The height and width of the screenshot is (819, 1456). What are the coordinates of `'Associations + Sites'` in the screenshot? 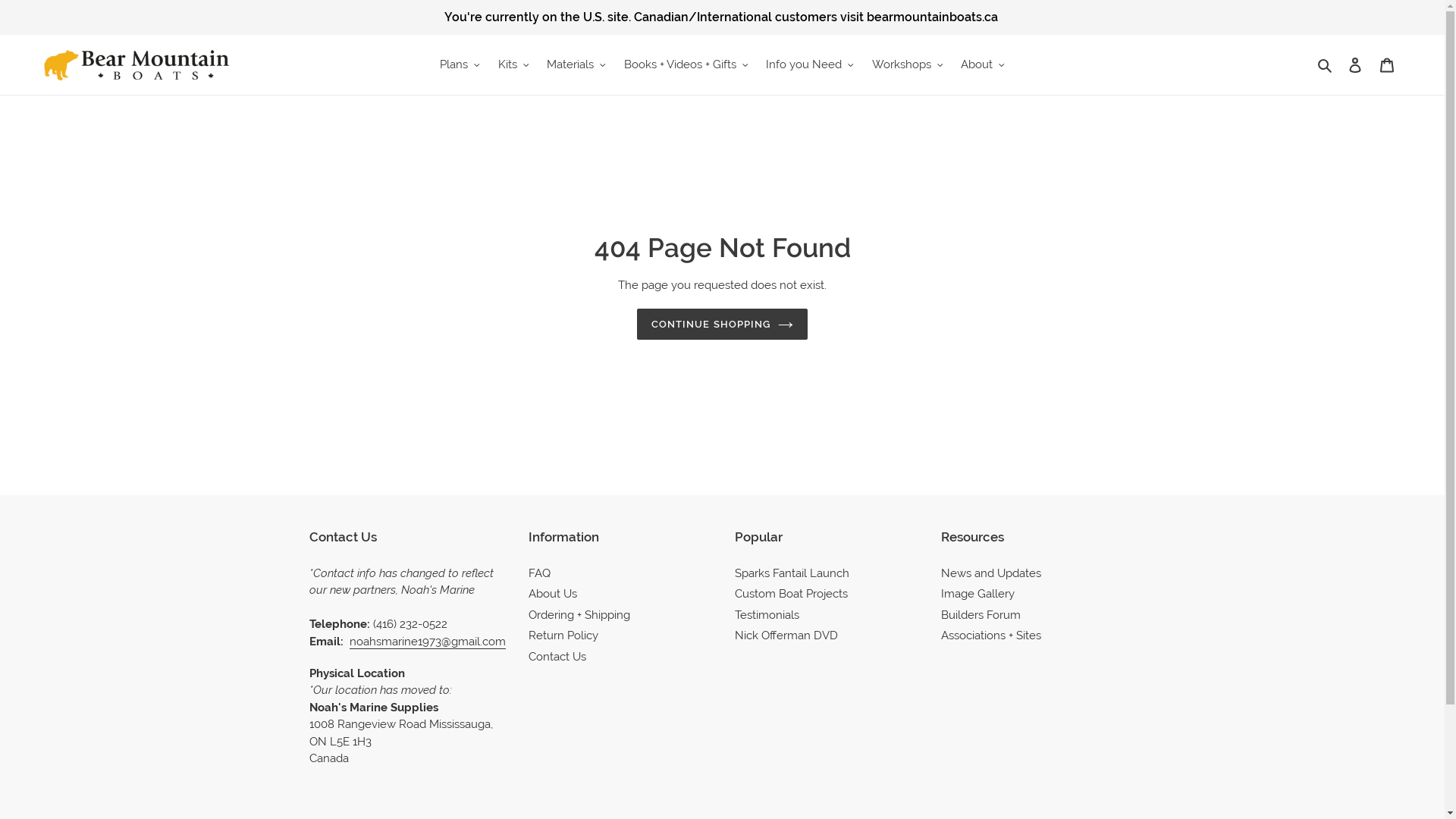 It's located at (990, 635).